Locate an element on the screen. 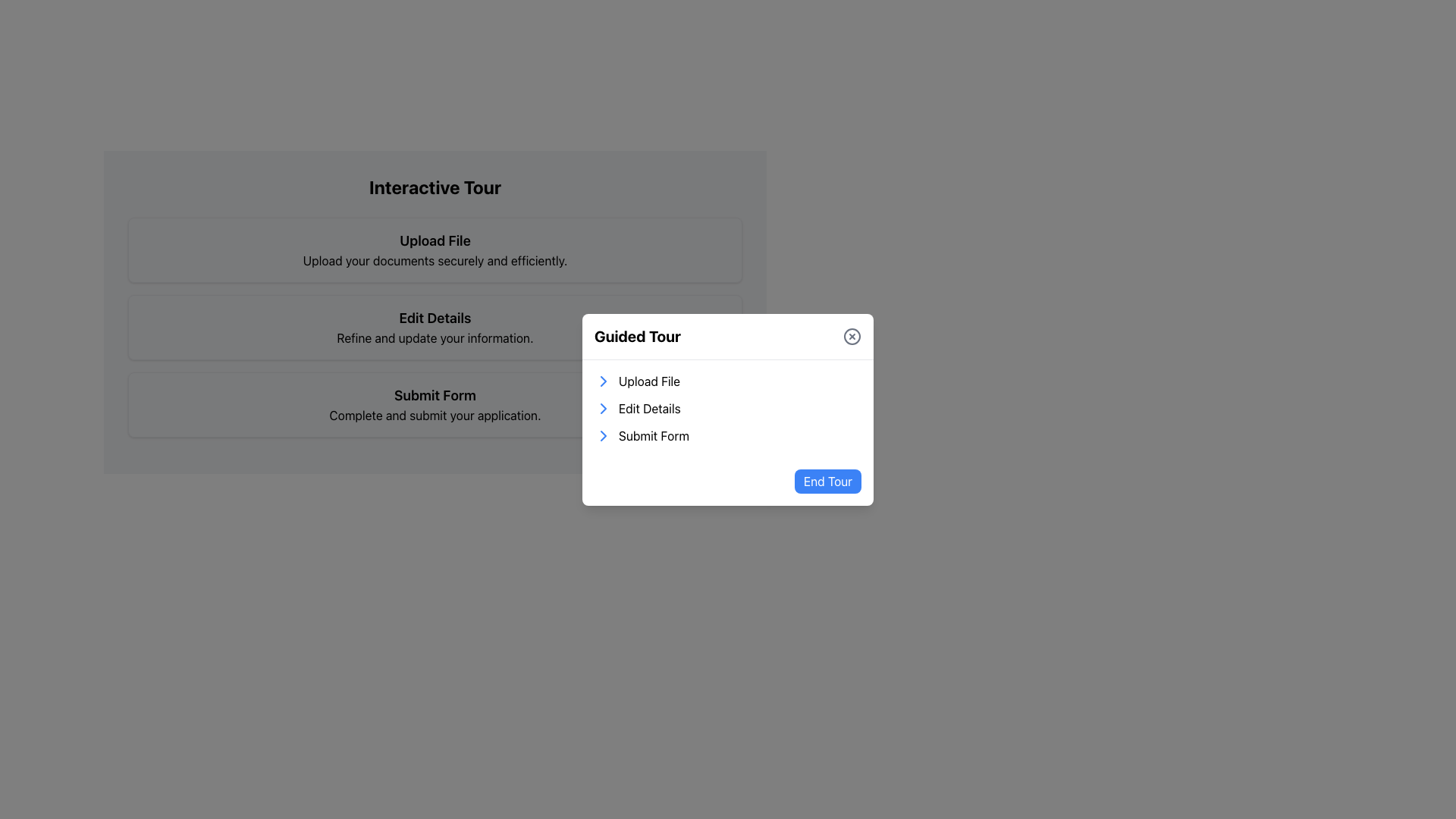  the informative text label that guides users in the 'Guided Tour' box, specifically the second option which follows 'Upload File' and precedes 'Submit Form' is located at coordinates (649, 407).